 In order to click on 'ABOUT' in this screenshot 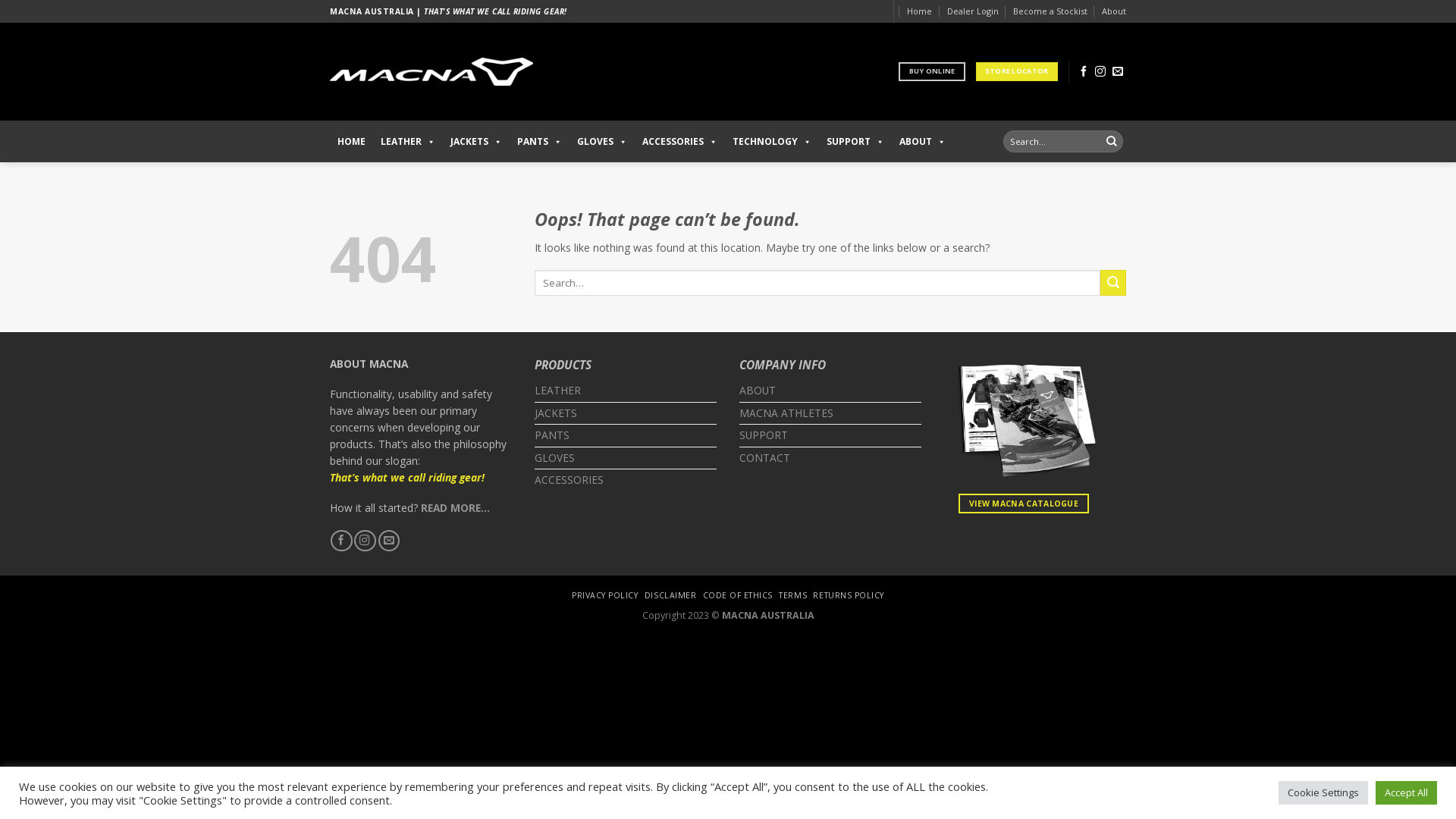, I will do `click(921, 140)`.